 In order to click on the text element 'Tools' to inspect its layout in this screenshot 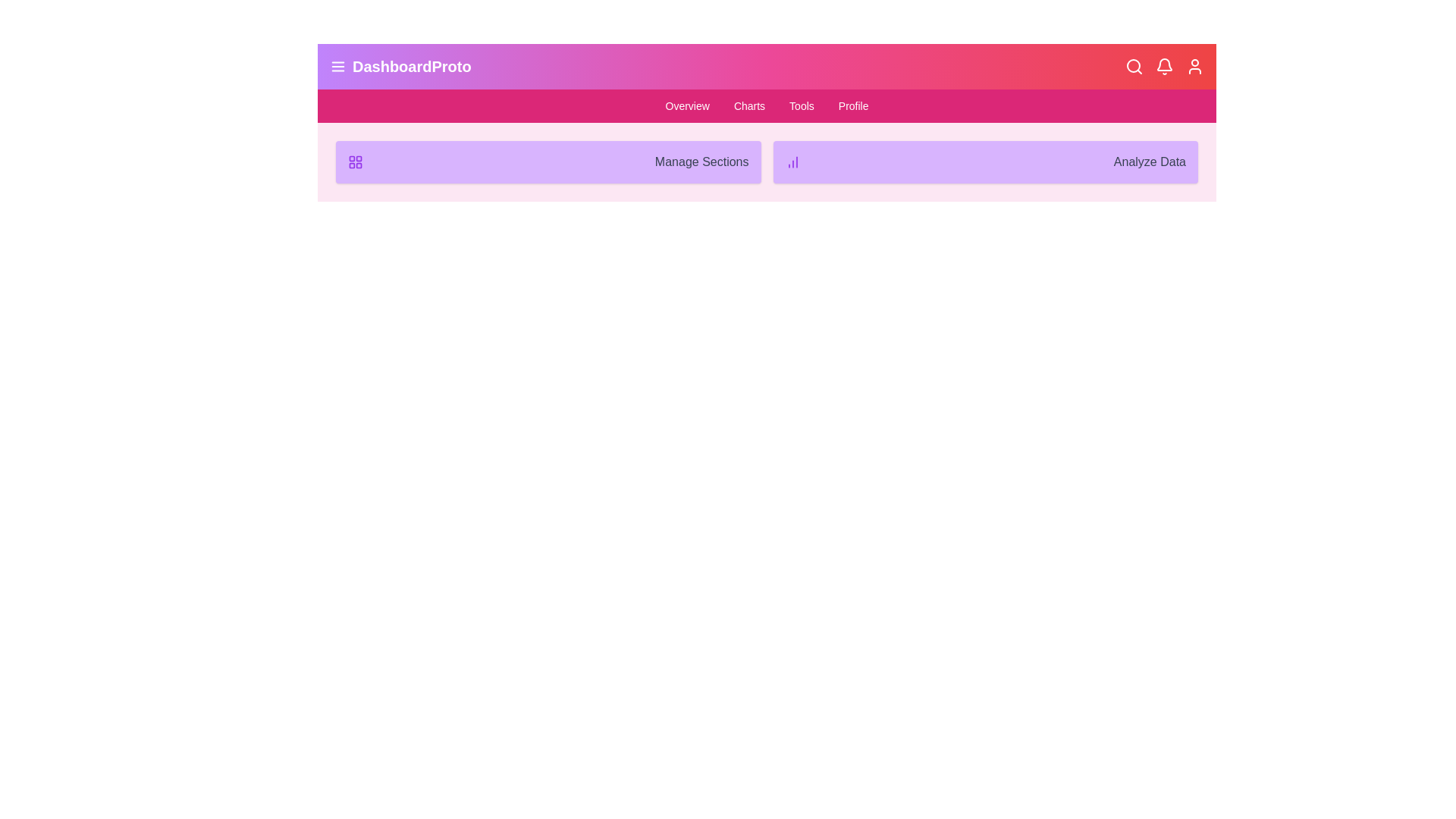, I will do `click(800, 105)`.